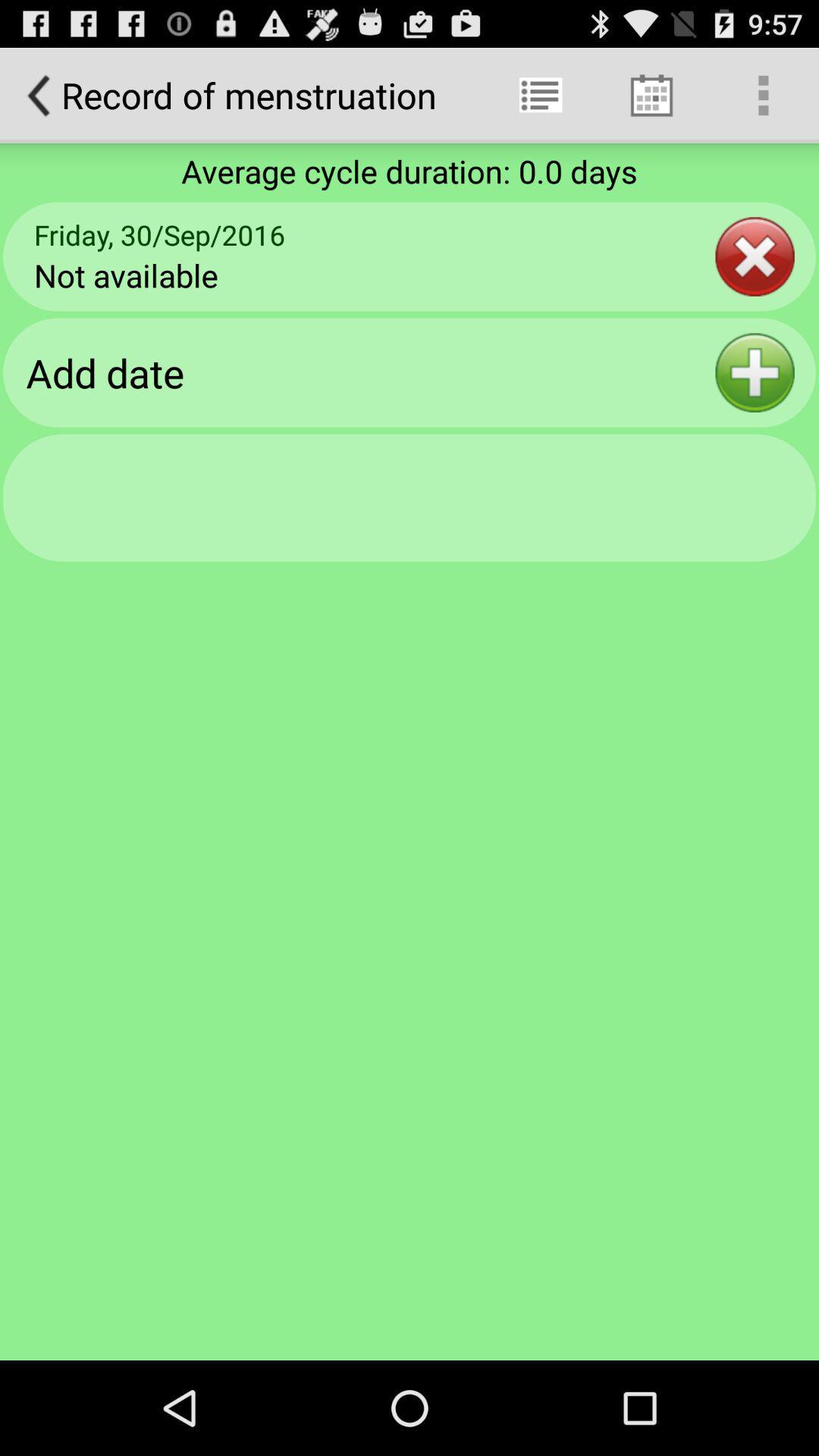  What do you see at coordinates (755, 372) in the screenshot?
I see `icon to the right of add date item` at bounding box center [755, 372].